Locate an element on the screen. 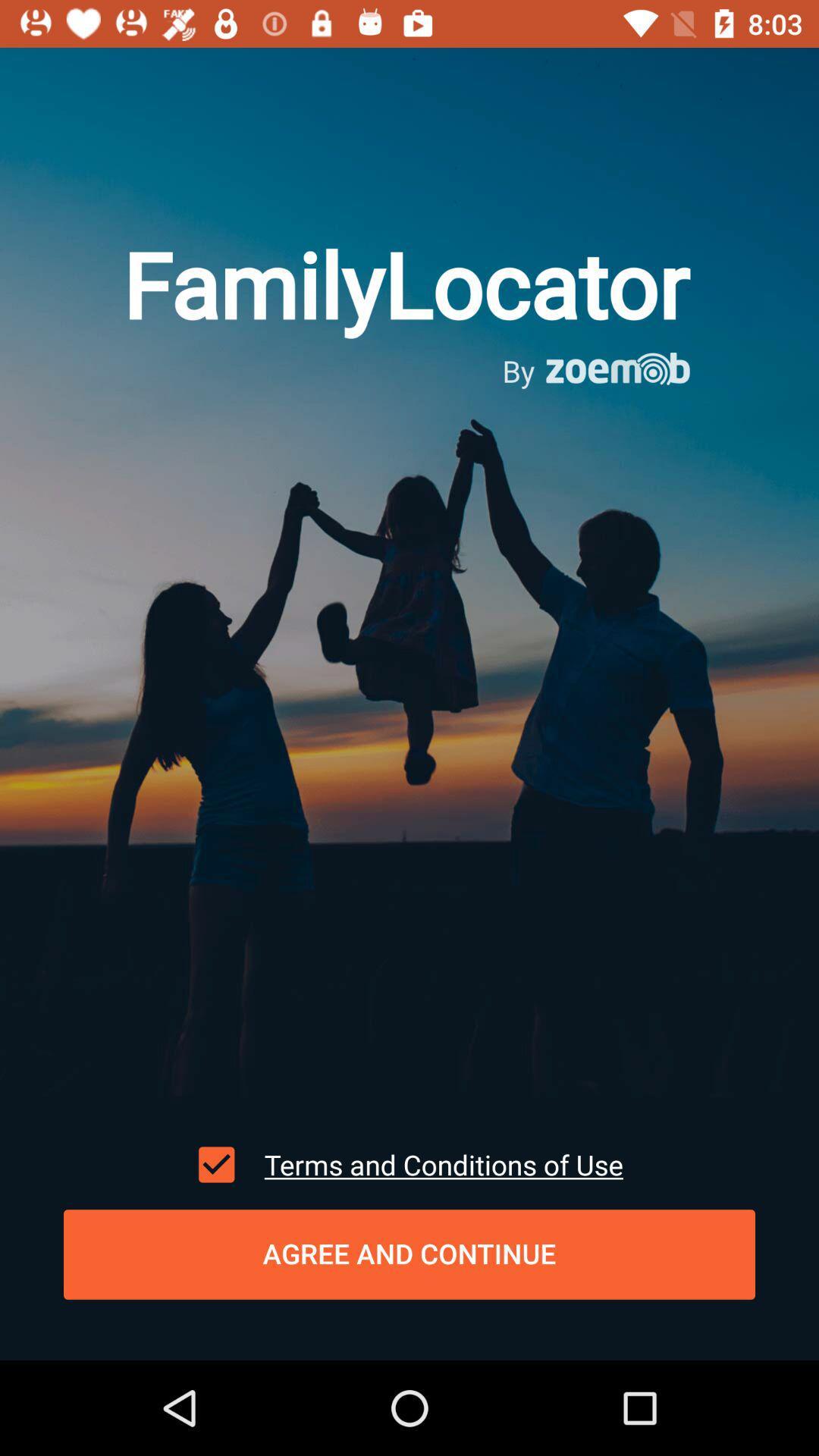 This screenshot has height=1456, width=819. item at the bottom left corner is located at coordinates (216, 1164).